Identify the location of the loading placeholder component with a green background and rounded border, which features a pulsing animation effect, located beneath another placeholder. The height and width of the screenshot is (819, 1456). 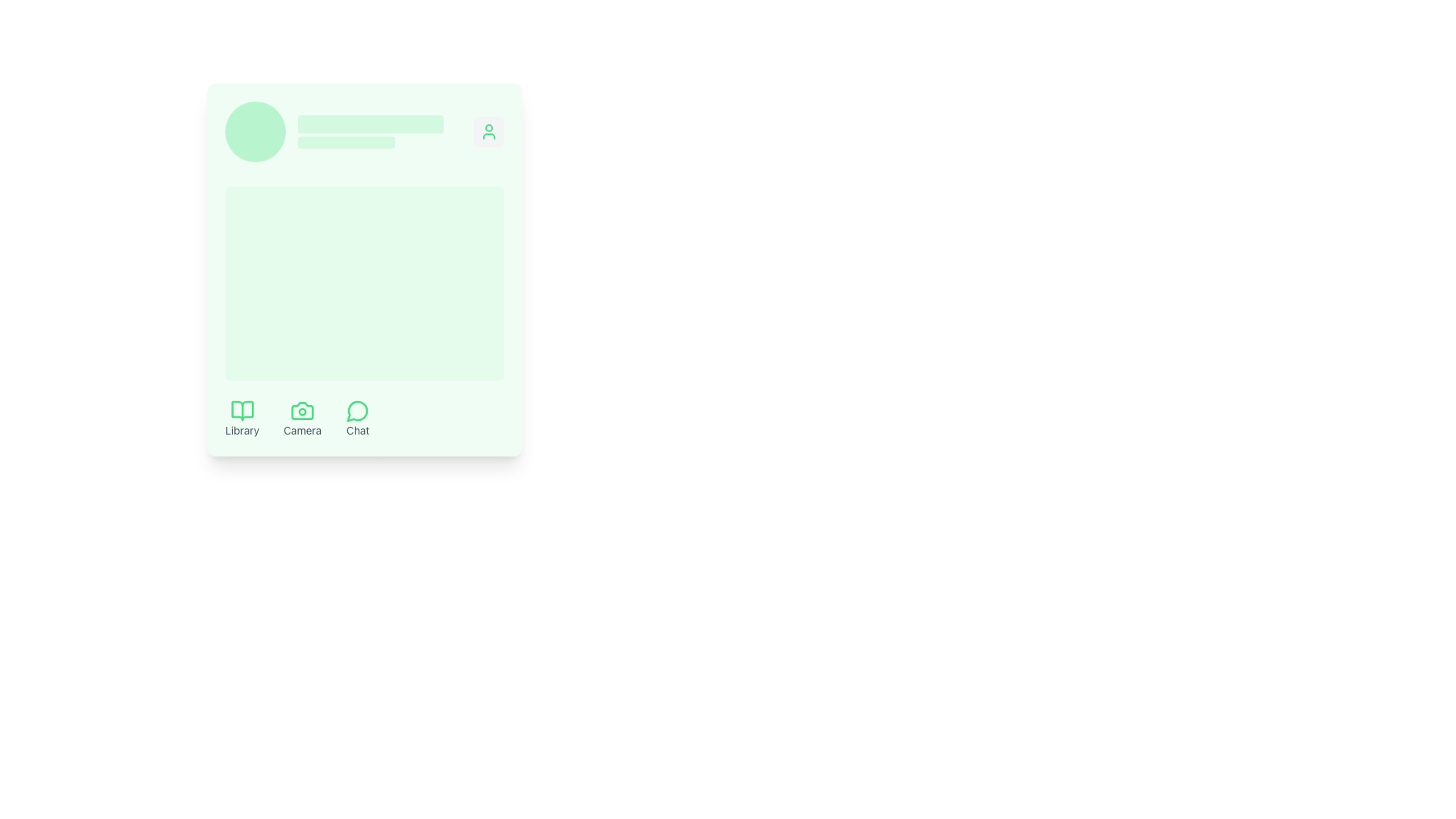
(345, 143).